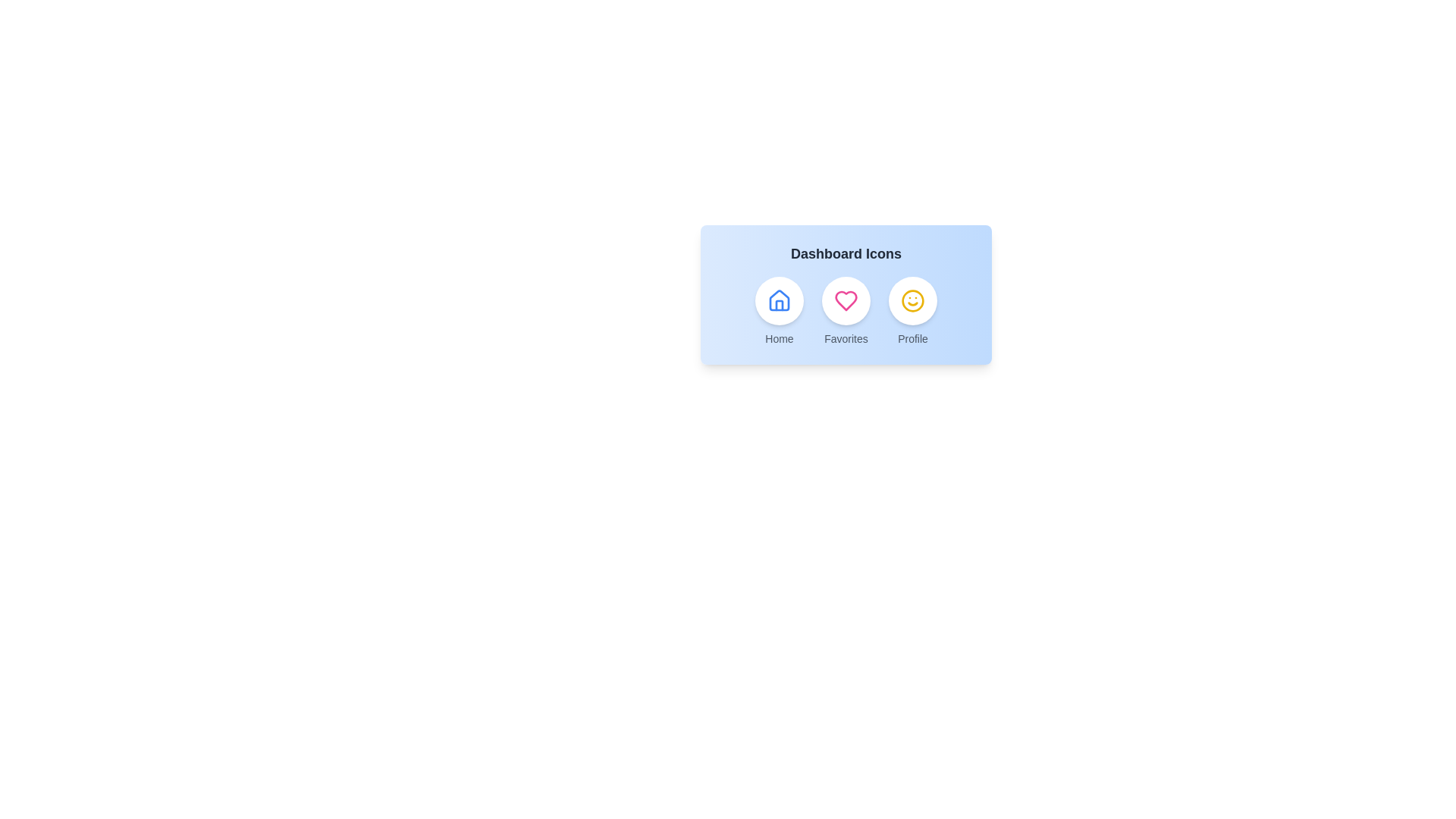 This screenshot has width=1456, height=819. I want to click on the outermost circle of the smiley icon representing the Profile section in the UI, so click(912, 301).